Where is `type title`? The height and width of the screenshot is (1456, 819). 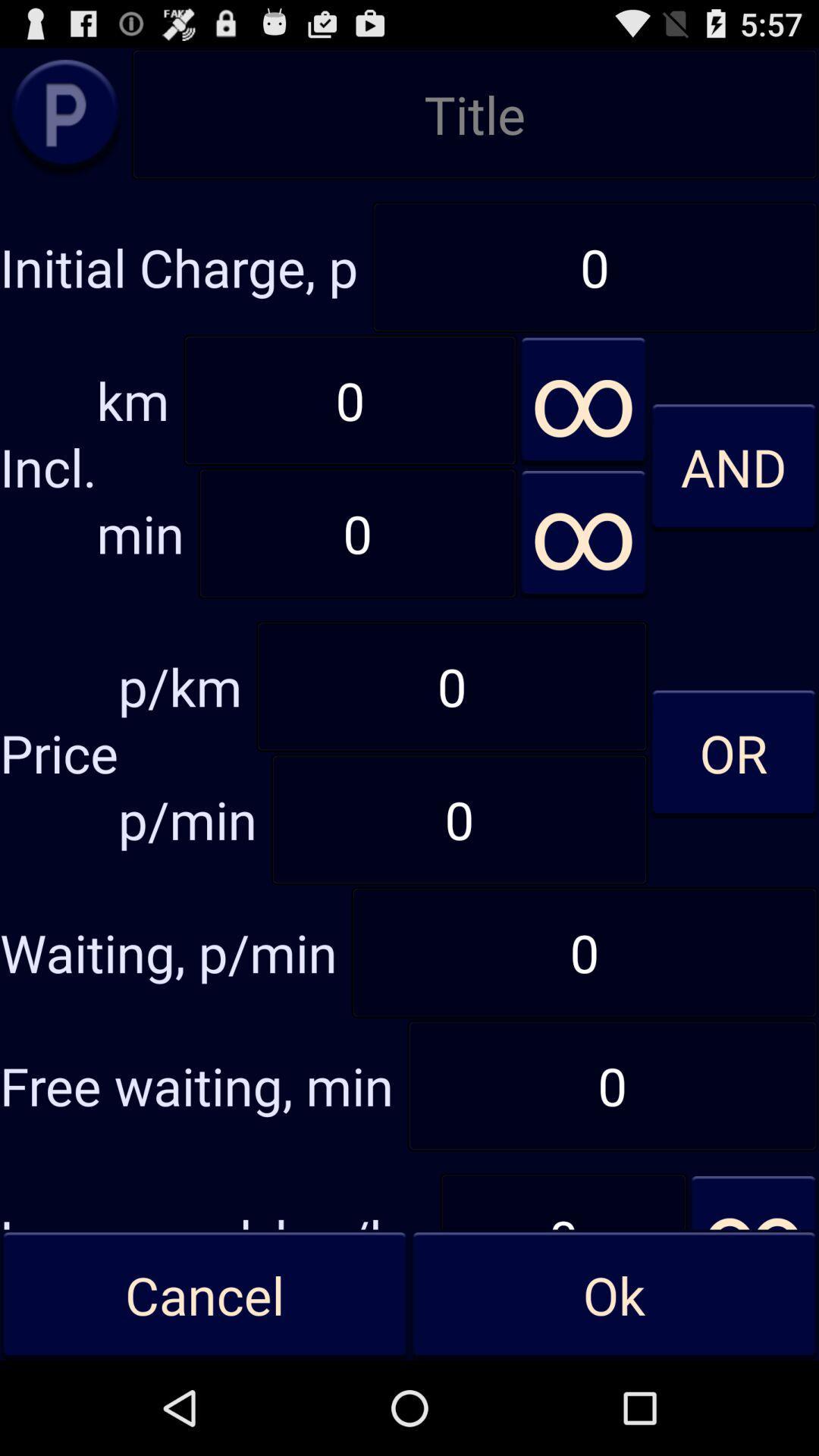
type title is located at coordinates (474, 113).